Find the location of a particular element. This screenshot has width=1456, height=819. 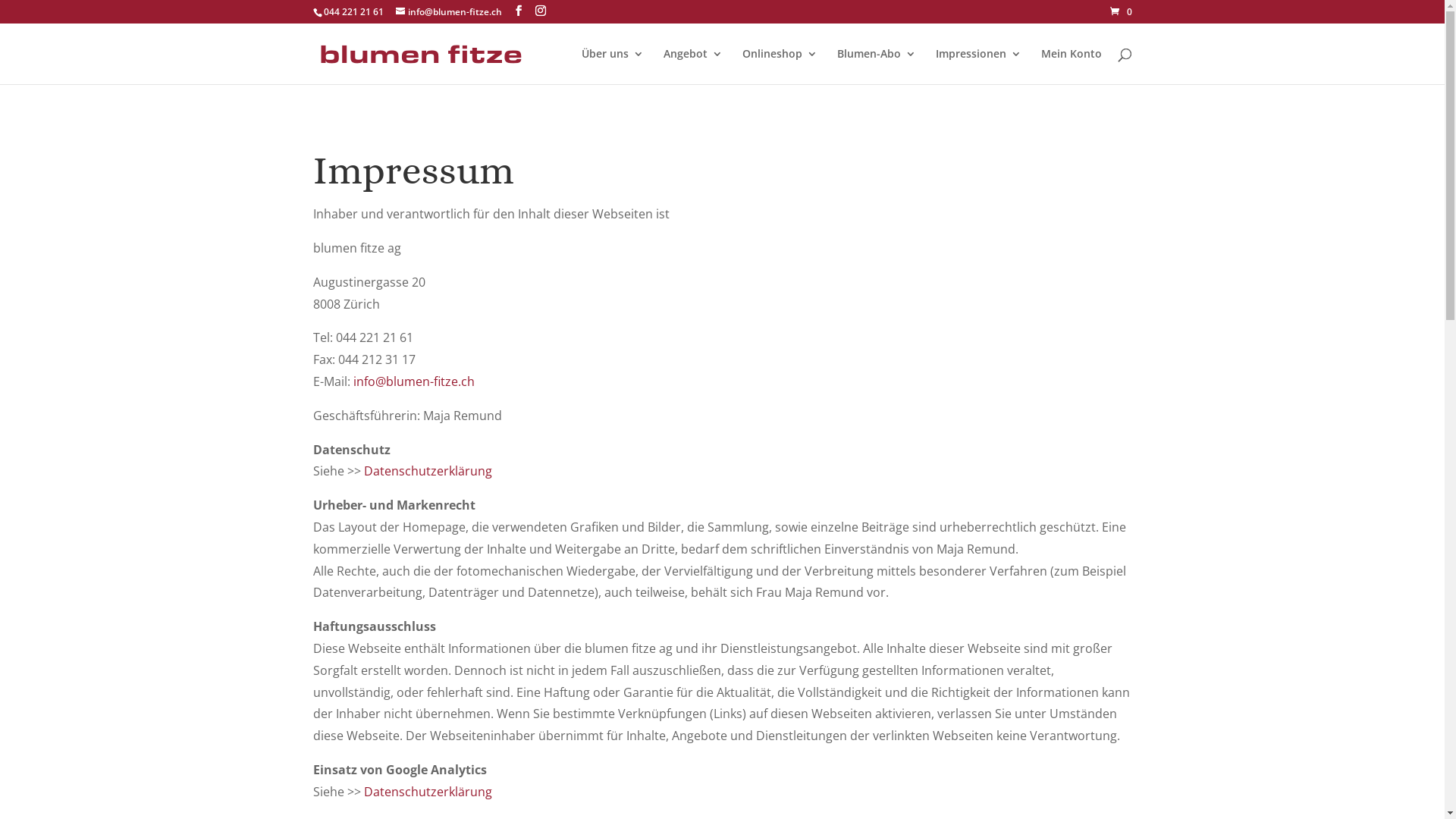

'Mein Konto' is located at coordinates (1069, 65).